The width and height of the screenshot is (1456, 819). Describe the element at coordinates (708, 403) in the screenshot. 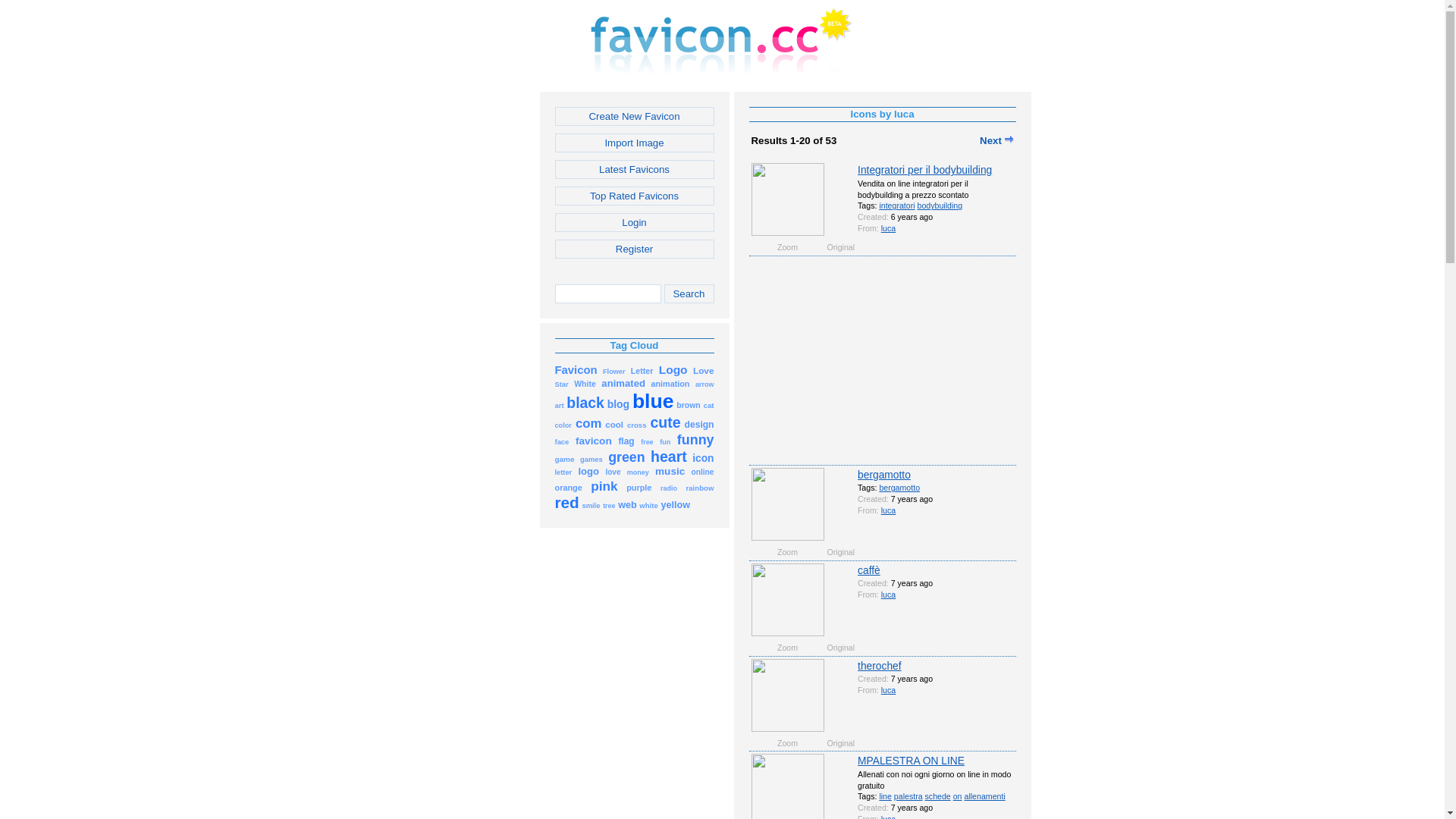

I see `'cat'` at that location.